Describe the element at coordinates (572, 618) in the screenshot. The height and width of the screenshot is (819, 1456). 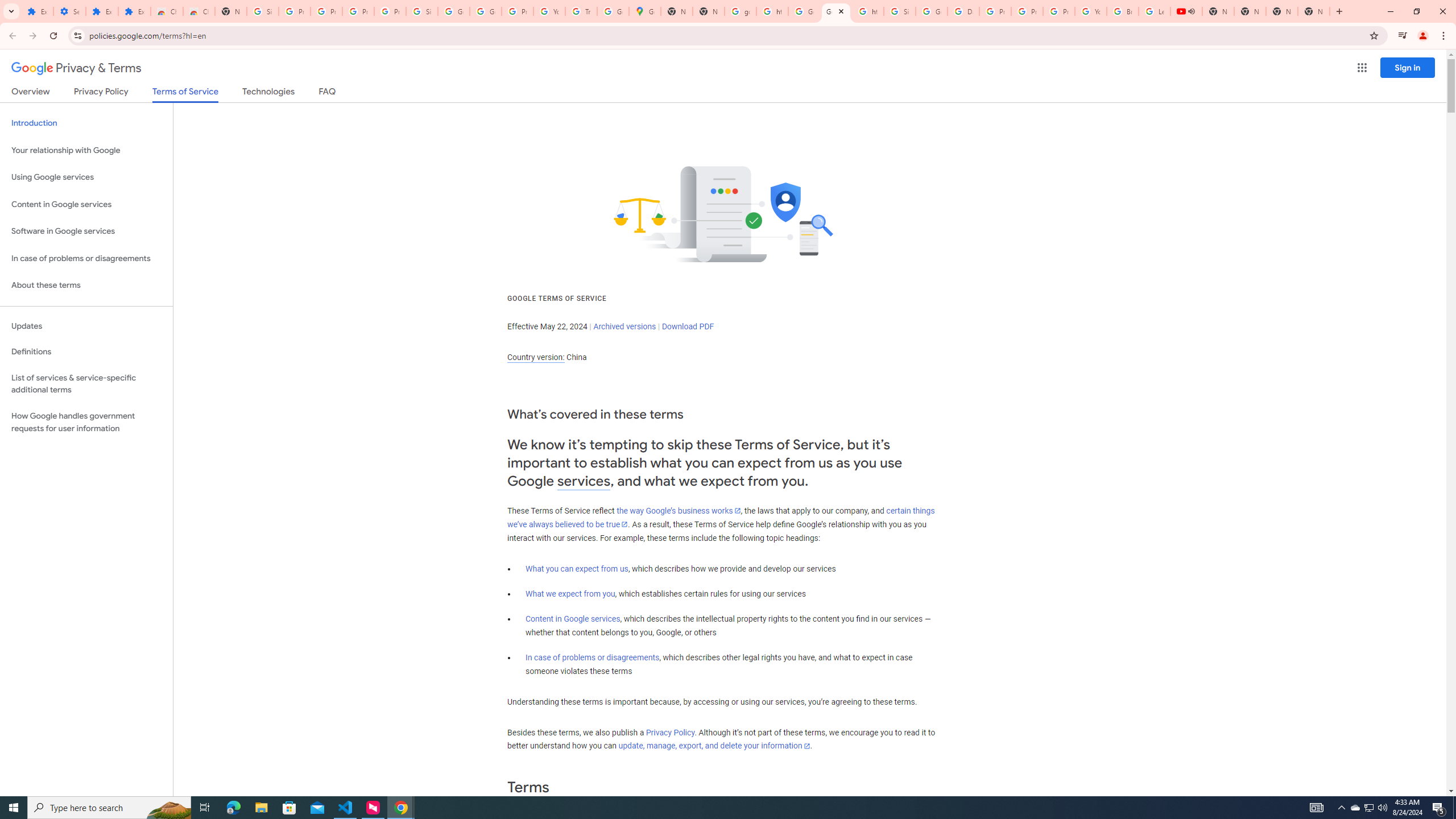
I see `'Content in Google services'` at that location.